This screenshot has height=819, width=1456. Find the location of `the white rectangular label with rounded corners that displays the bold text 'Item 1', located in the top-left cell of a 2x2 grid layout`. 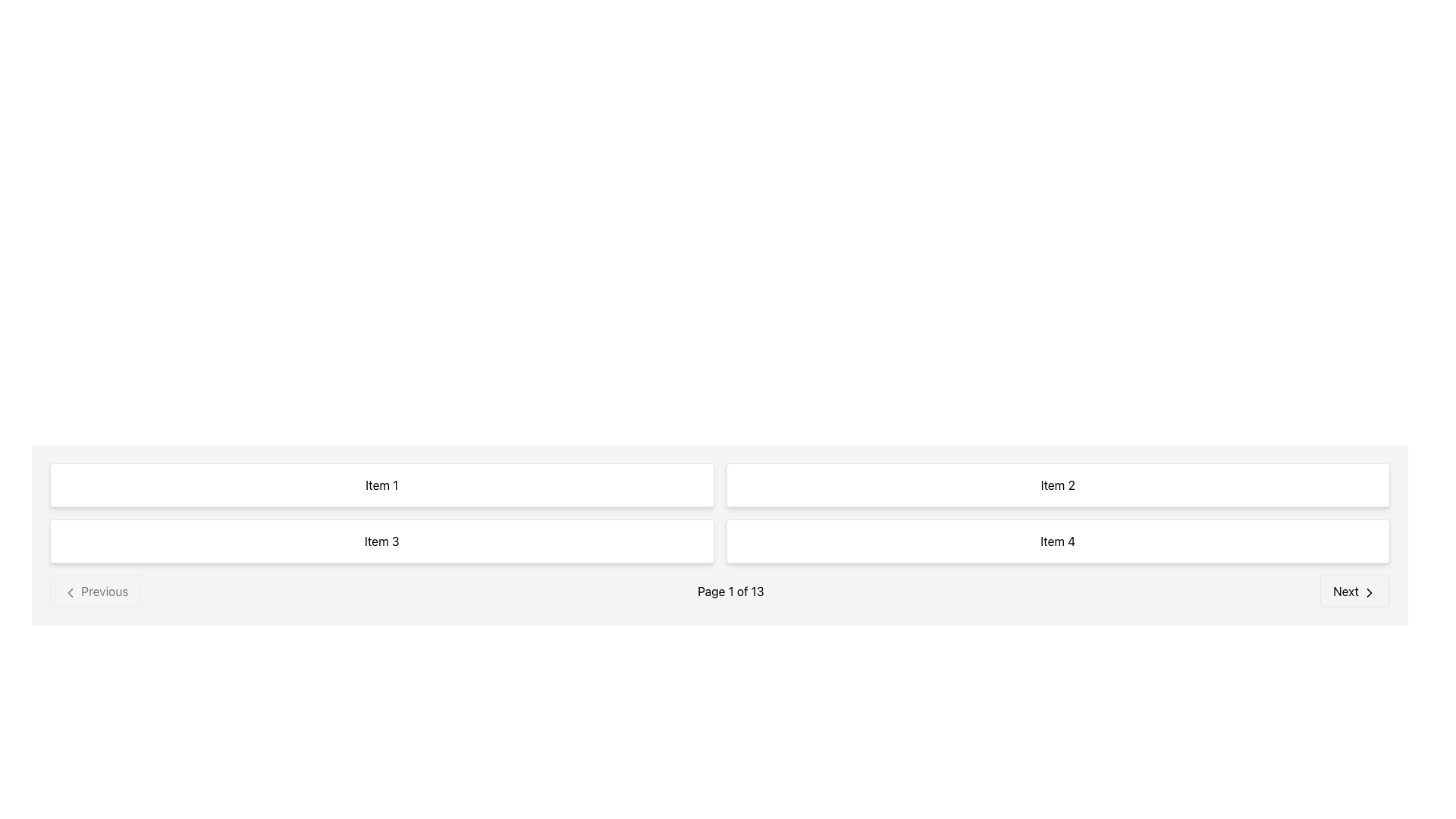

the white rectangular label with rounded corners that displays the bold text 'Item 1', located in the top-left cell of a 2x2 grid layout is located at coordinates (381, 485).